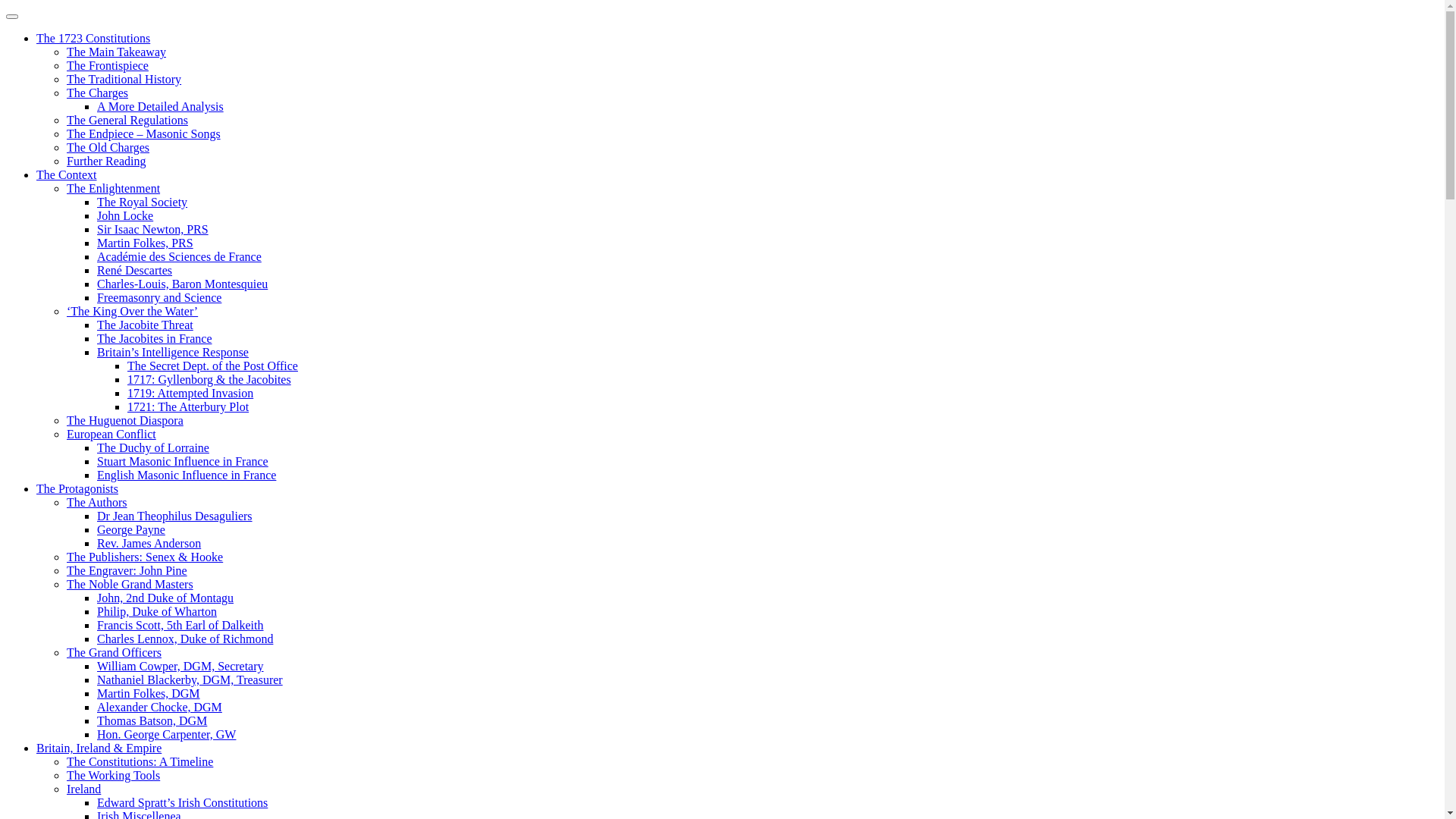 This screenshot has height=819, width=1456. Describe the element at coordinates (160, 105) in the screenshot. I see `'A More Detailed Analysis'` at that location.